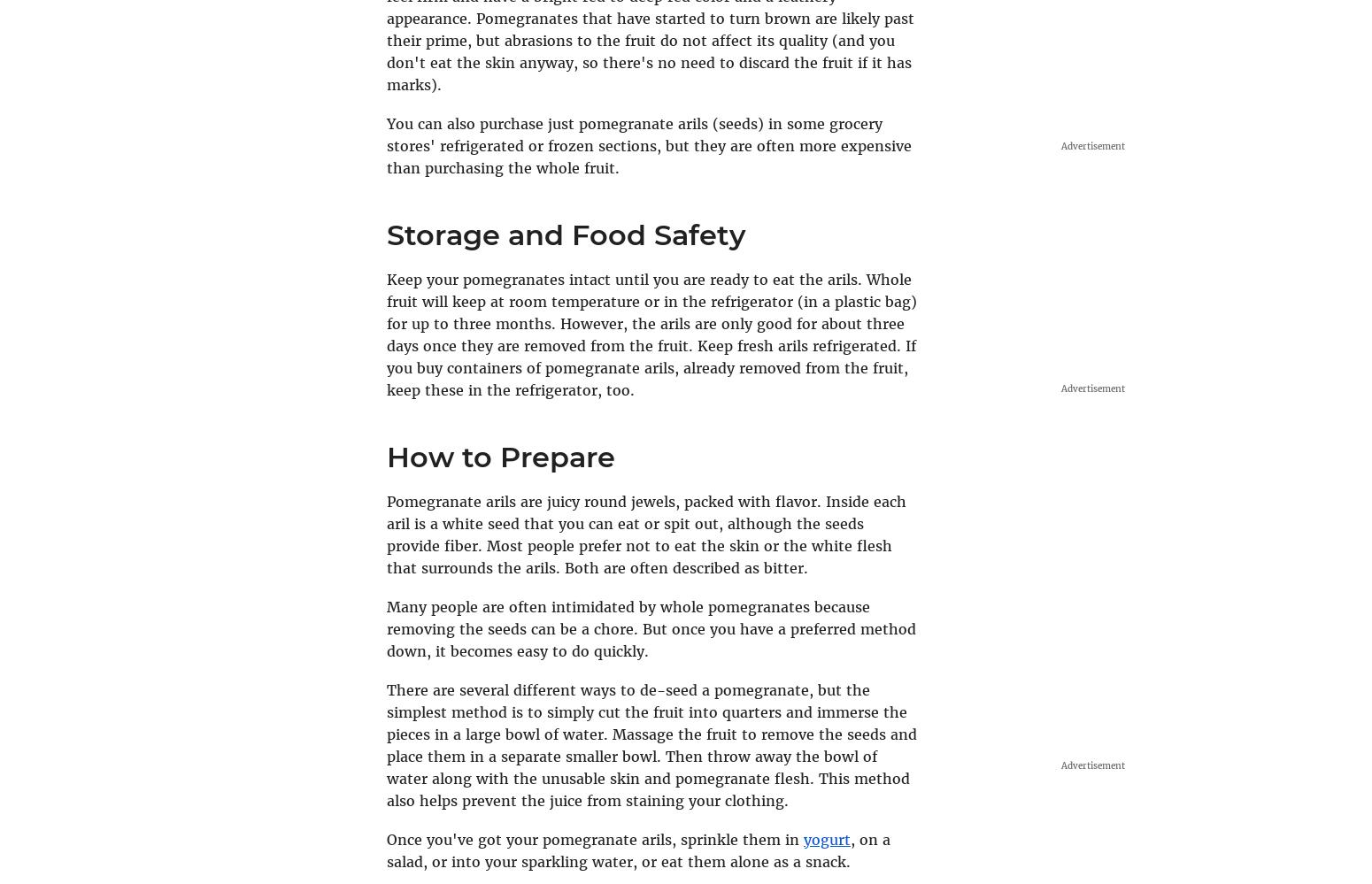 This screenshot has height=884, width=1372. I want to click on 'There are several different ways to de-seed a pomegranate, but the simplest method is to simply cut the fruit into quarters and immerse the pieces in a large bowl of water. Massage the fruit to remove the seeds and place them in a separate smaller bowl. Then throw away the bowl of water along with the unusable skin and pomegranate flesh. This method also helps prevent the juice from staining your clothing.', so click(651, 743).